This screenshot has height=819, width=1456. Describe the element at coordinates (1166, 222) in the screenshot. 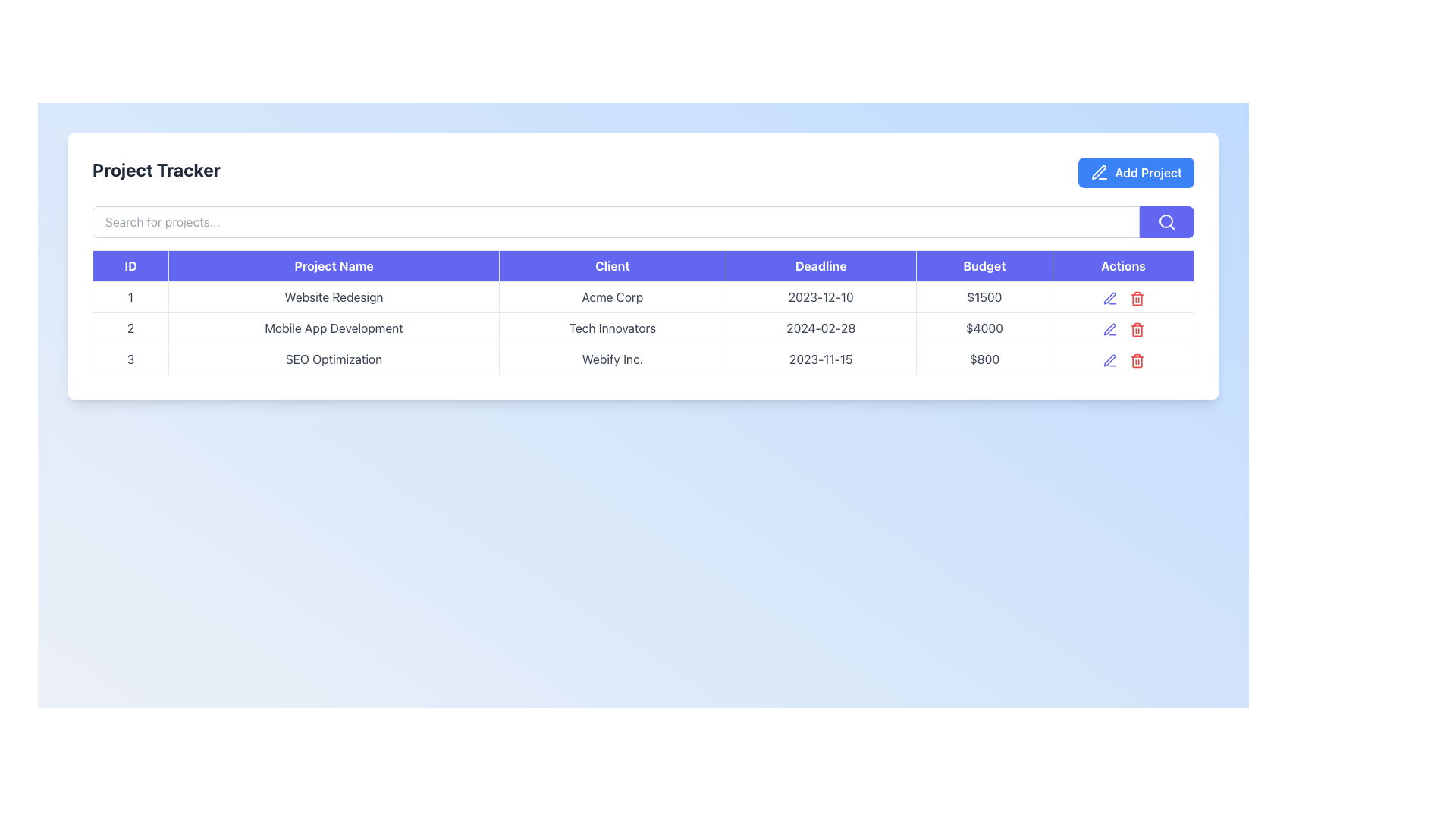

I see `the magnifying glass icon located within the blue button in the top-right corner of the search bar` at that location.